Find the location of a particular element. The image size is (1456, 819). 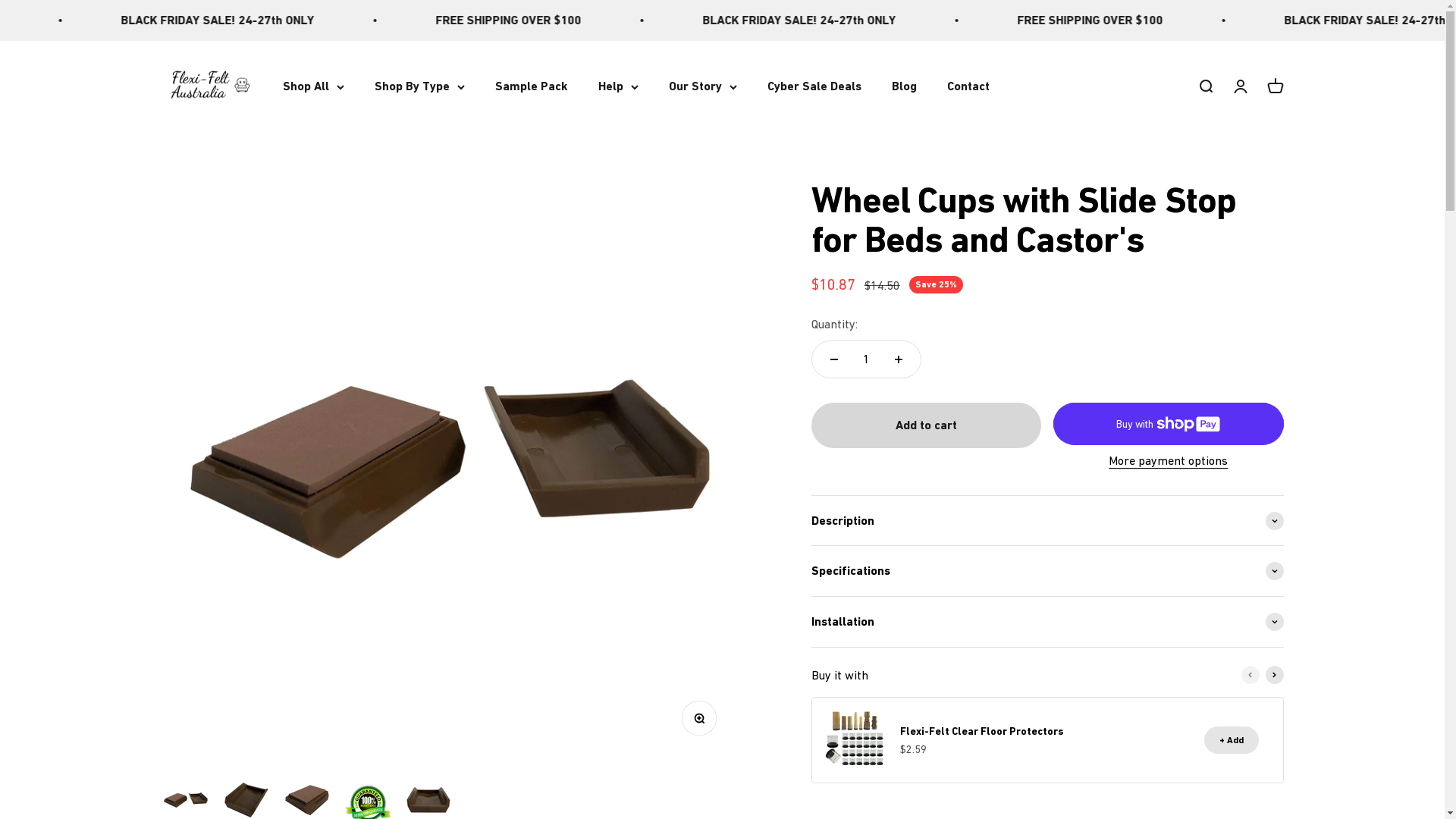

'Zoom' is located at coordinates (701, 721).